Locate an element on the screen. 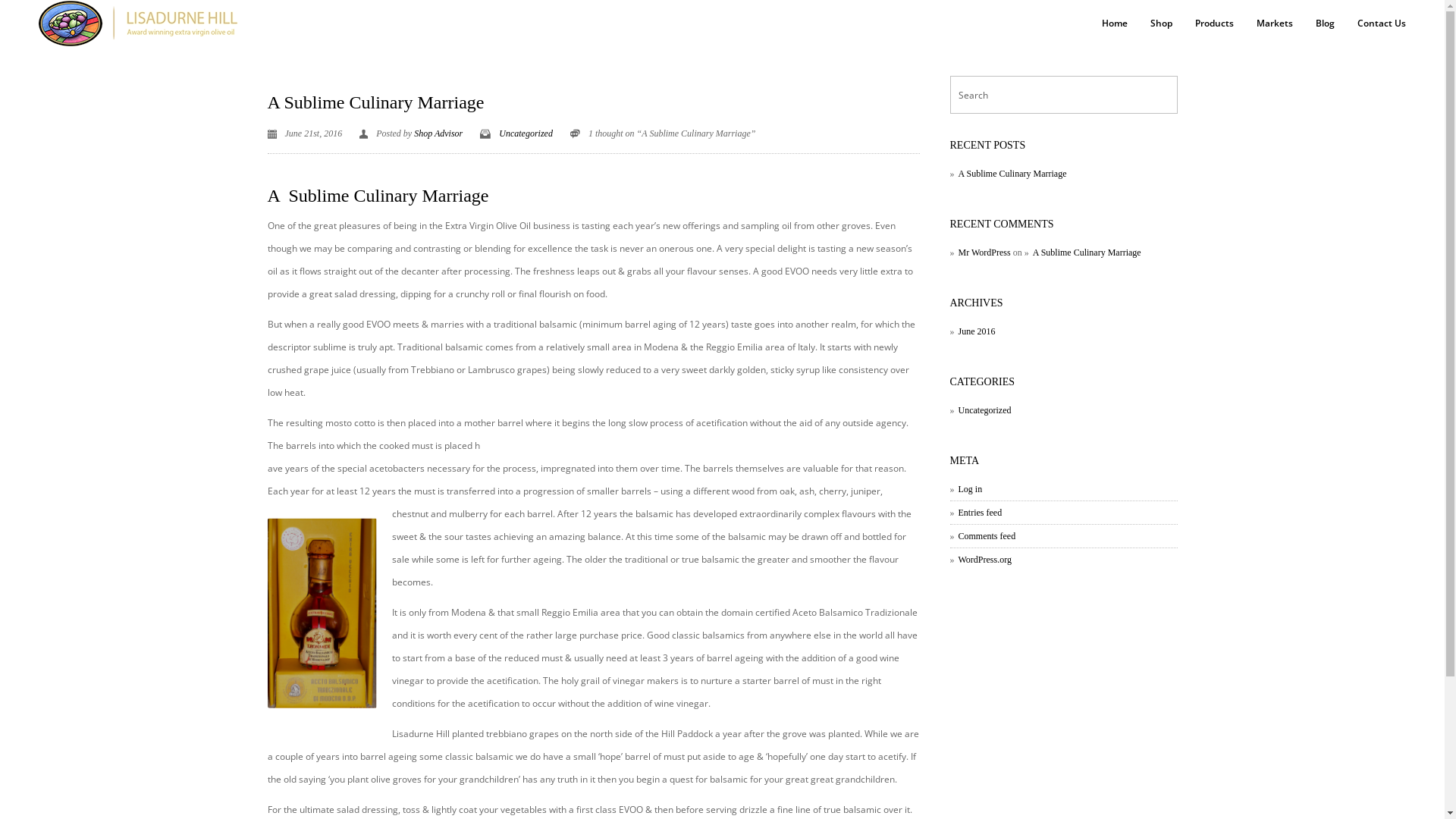 The width and height of the screenshot is (1456, 819). 'A Sublime Culinary Marriage' is located at coordinates (375, 102).